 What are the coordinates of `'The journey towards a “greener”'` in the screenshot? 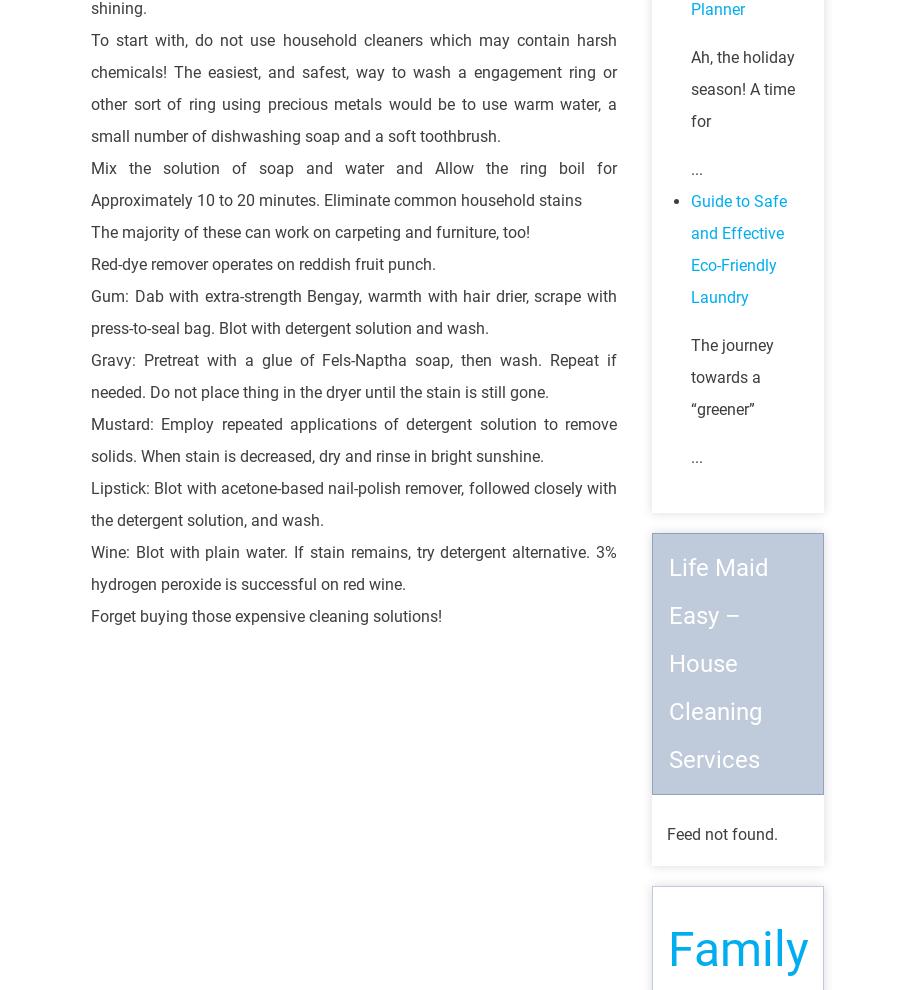 It's located at (731, 377).